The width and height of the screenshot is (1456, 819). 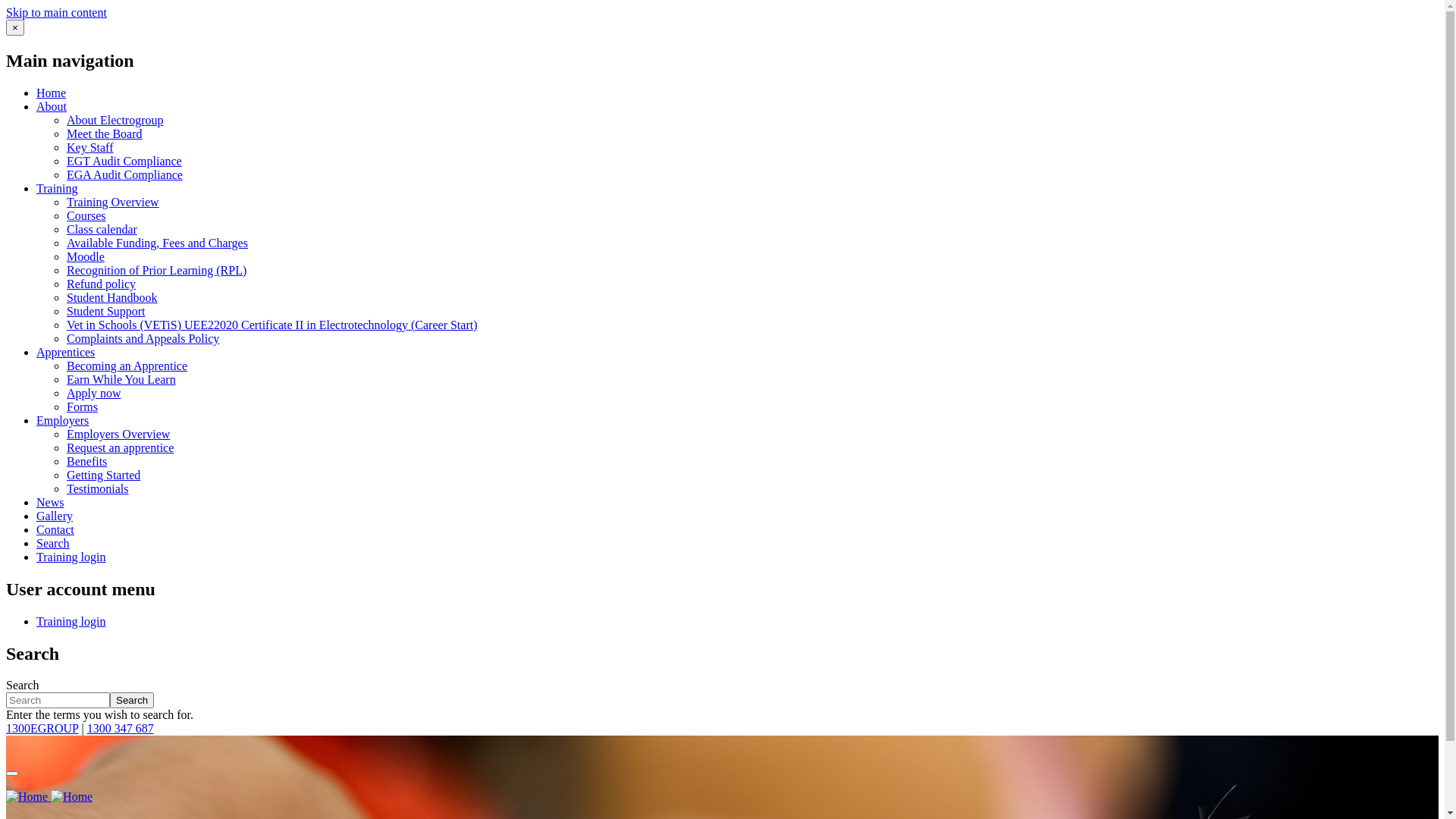 What do you see at coordinates (81, 406) in the screenshot?
I see `'Forms'` at bounding box center [81, 406].